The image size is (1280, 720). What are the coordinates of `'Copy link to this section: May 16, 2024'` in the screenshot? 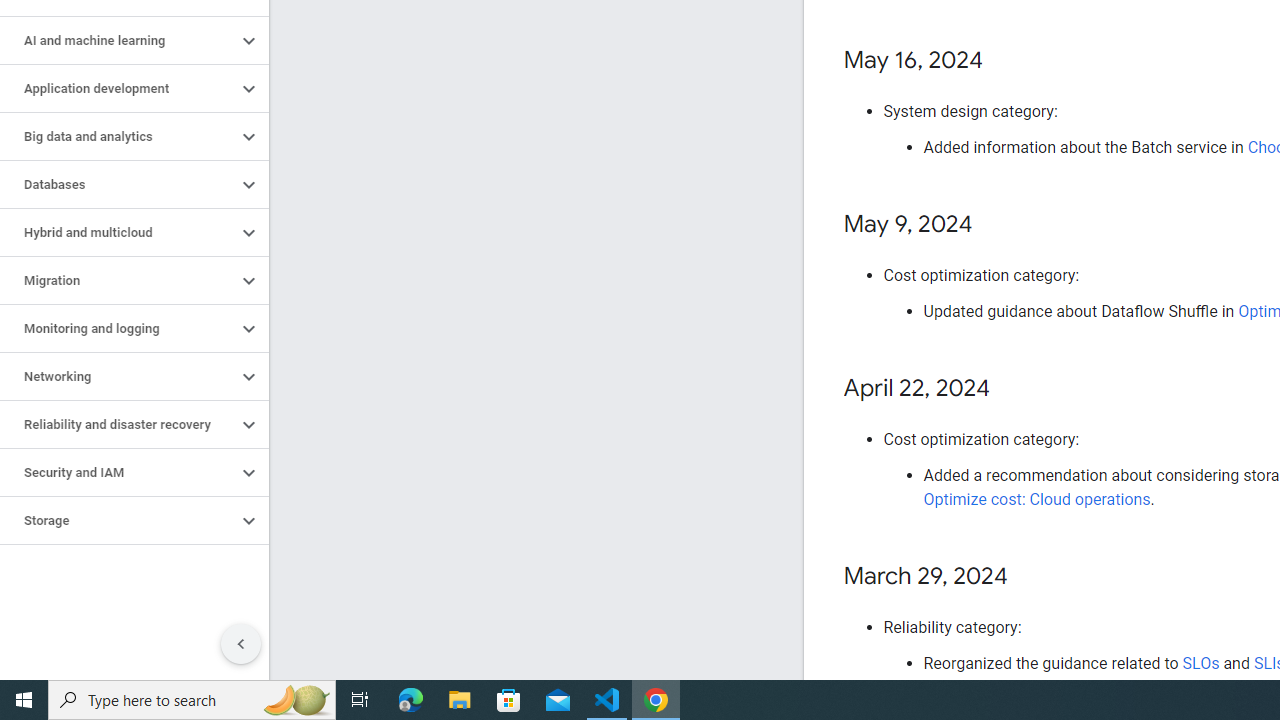 It's located at (1003, 60).